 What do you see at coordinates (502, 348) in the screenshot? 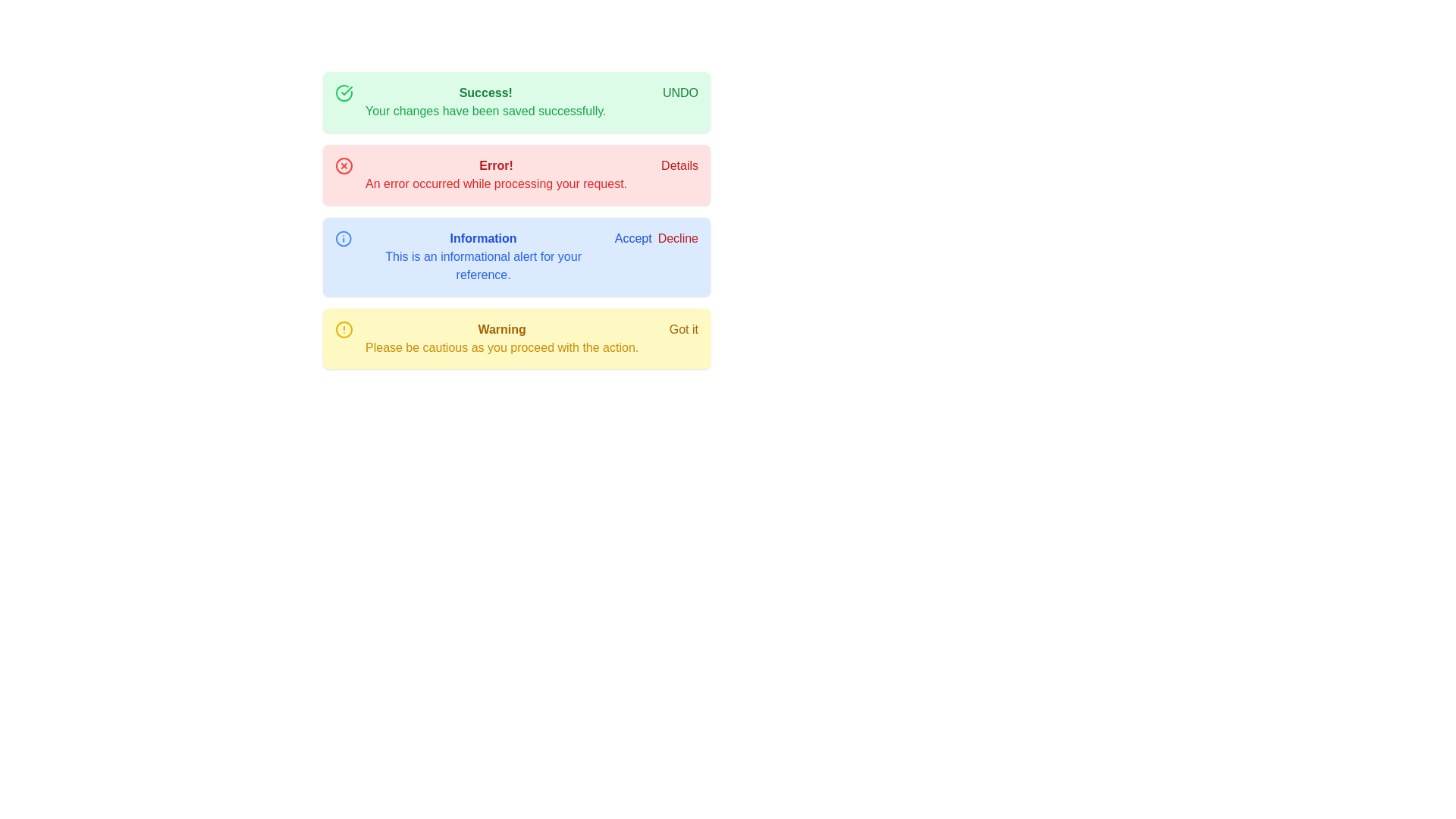
I see `warning message that is styled with bold yellow text, stating 'Please be cautious as you proceed with the action.' This message is located centrally within the yellow-highlighted 'Warning' alert box, below the bold 'Warning' title` at bounding box center [502, 348].